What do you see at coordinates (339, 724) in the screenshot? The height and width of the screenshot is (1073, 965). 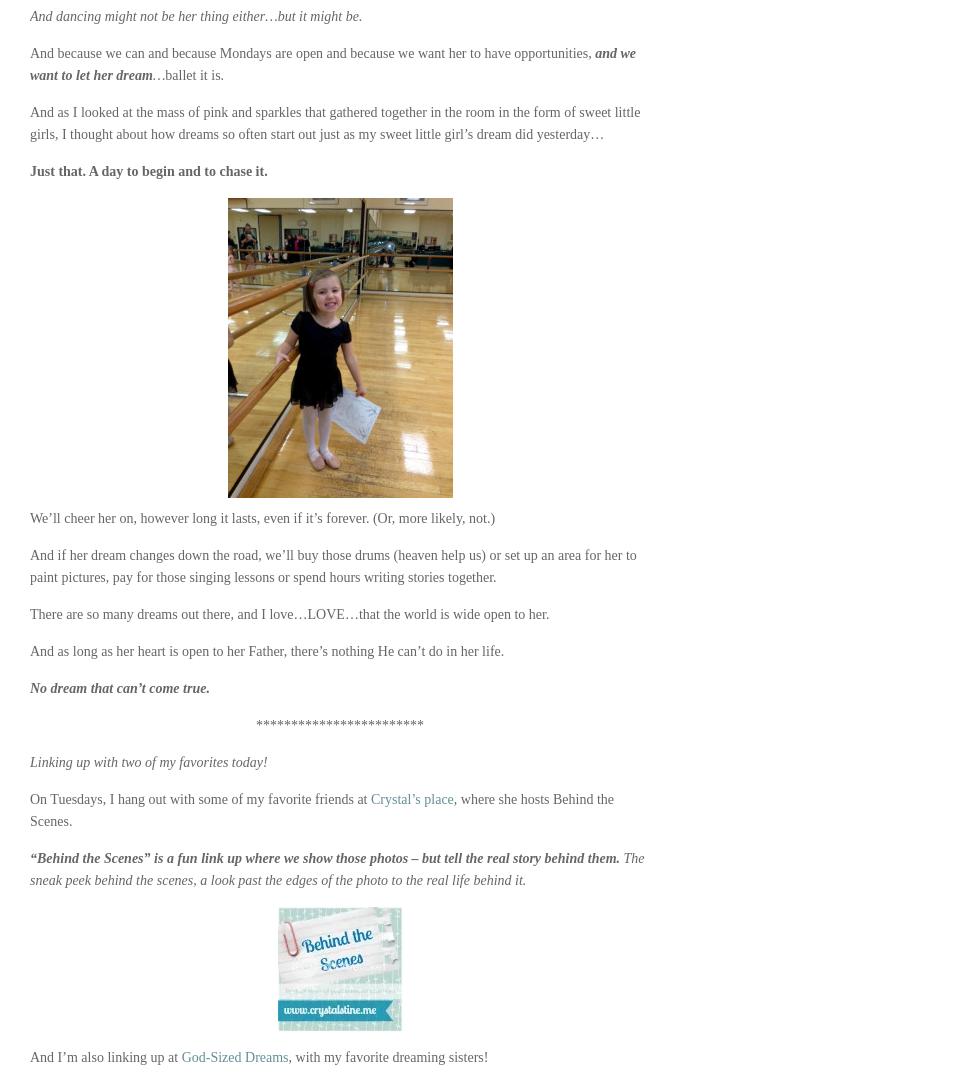 I see `'************************'` at bounding box center [339, 724].